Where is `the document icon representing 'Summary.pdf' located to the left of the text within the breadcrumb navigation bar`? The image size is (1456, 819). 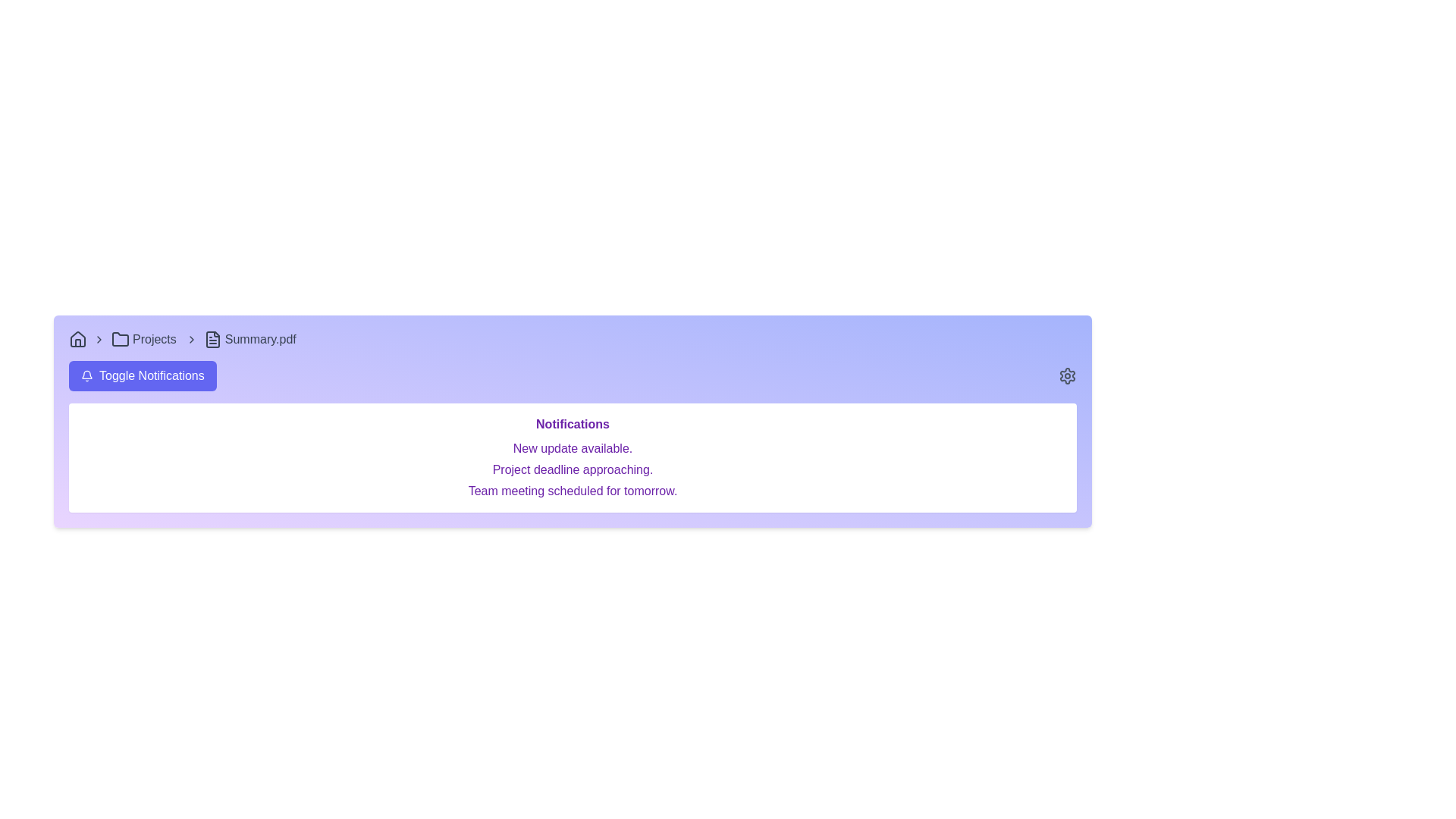 the document icon representing 'Summary.pdf' located to the left of the text within the breadcrumb navigation bar is located at coordinates (212, 338).